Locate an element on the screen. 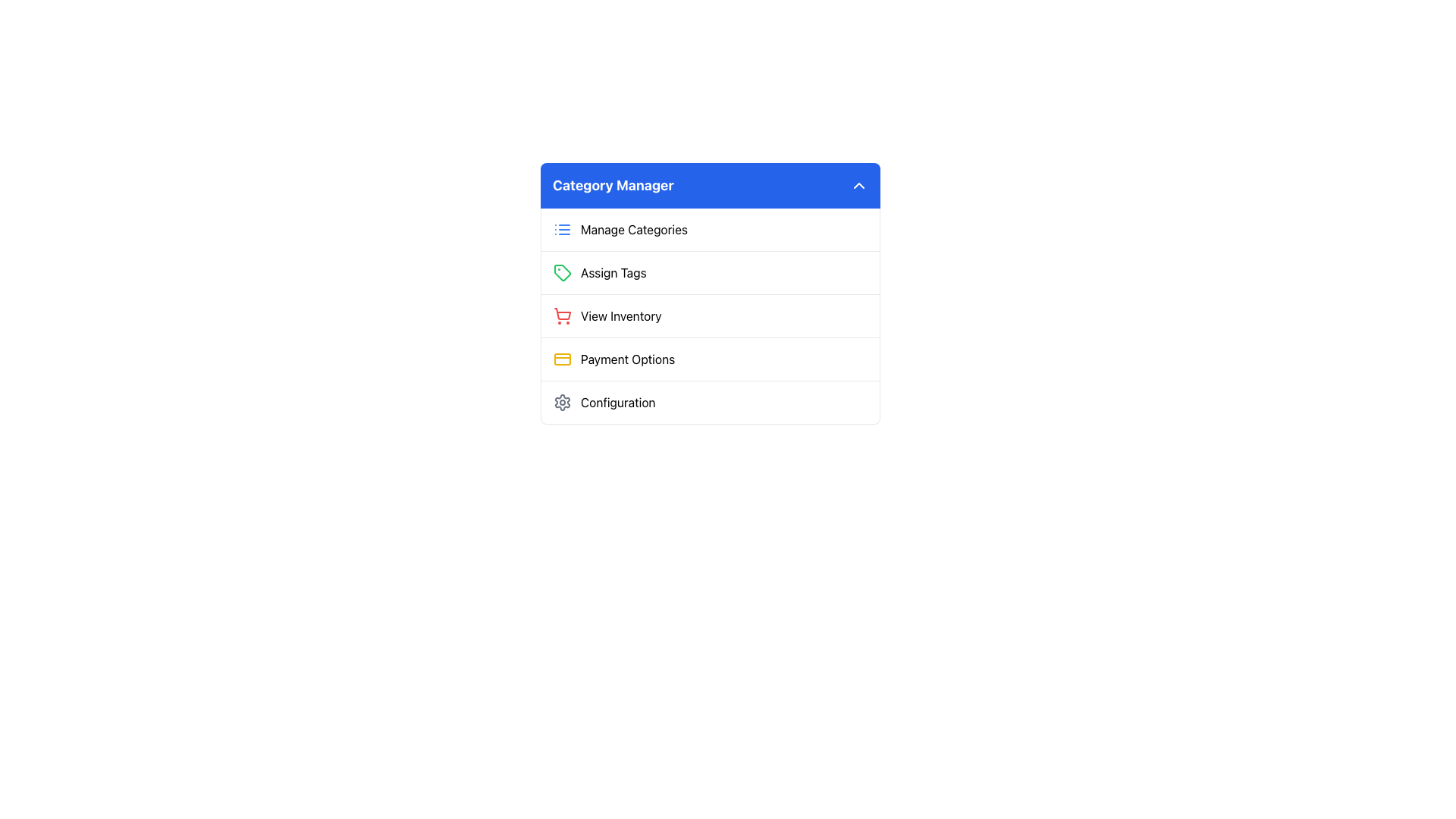  the settings icon located in the fifth position of the 'Configuration' menu list item within the 'Category Manager' dropdown interface is located at coordinates (562, 402).